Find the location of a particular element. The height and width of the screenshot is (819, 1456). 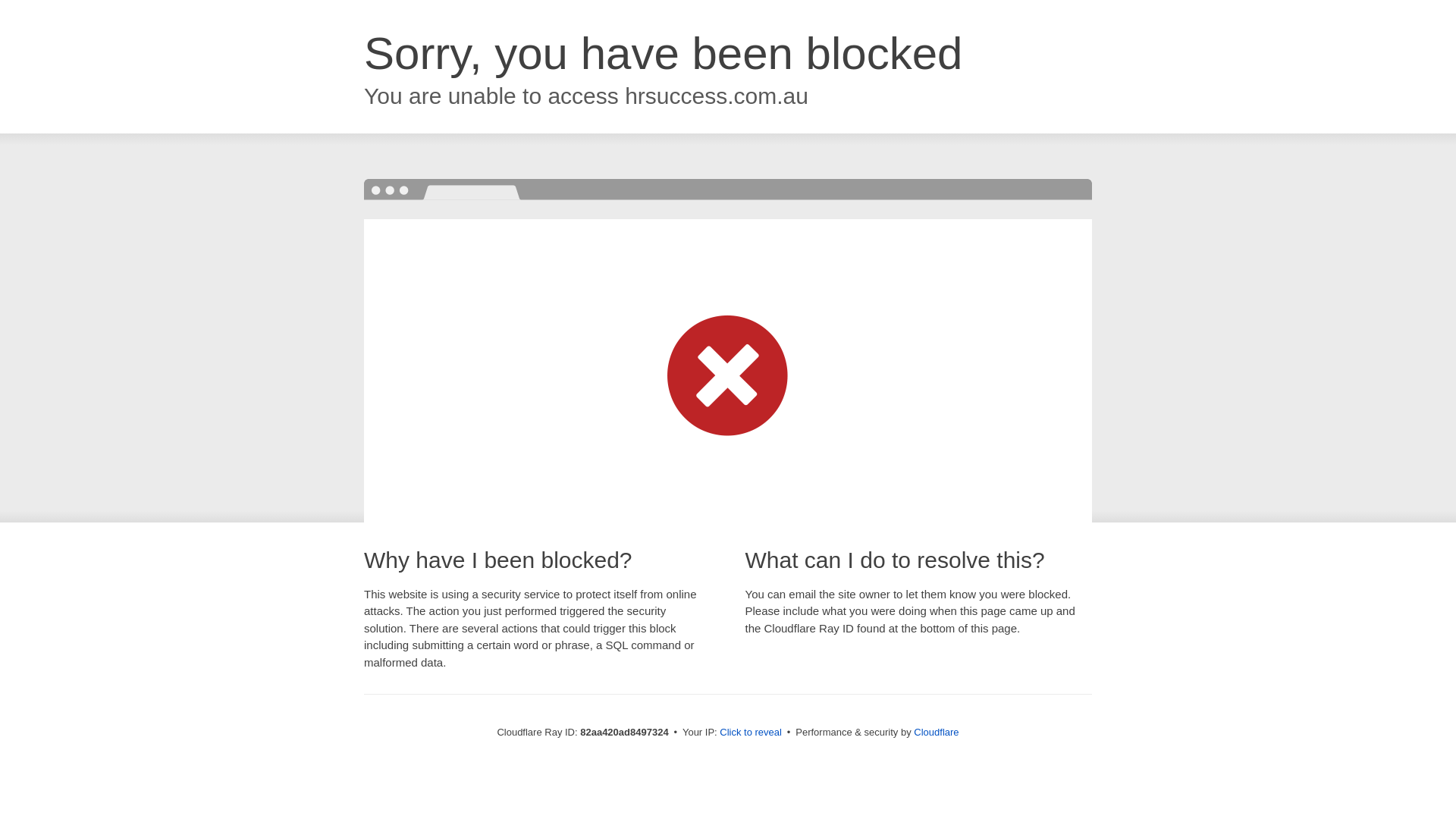

'Click to reveal' is located at coordinates (750, 731).